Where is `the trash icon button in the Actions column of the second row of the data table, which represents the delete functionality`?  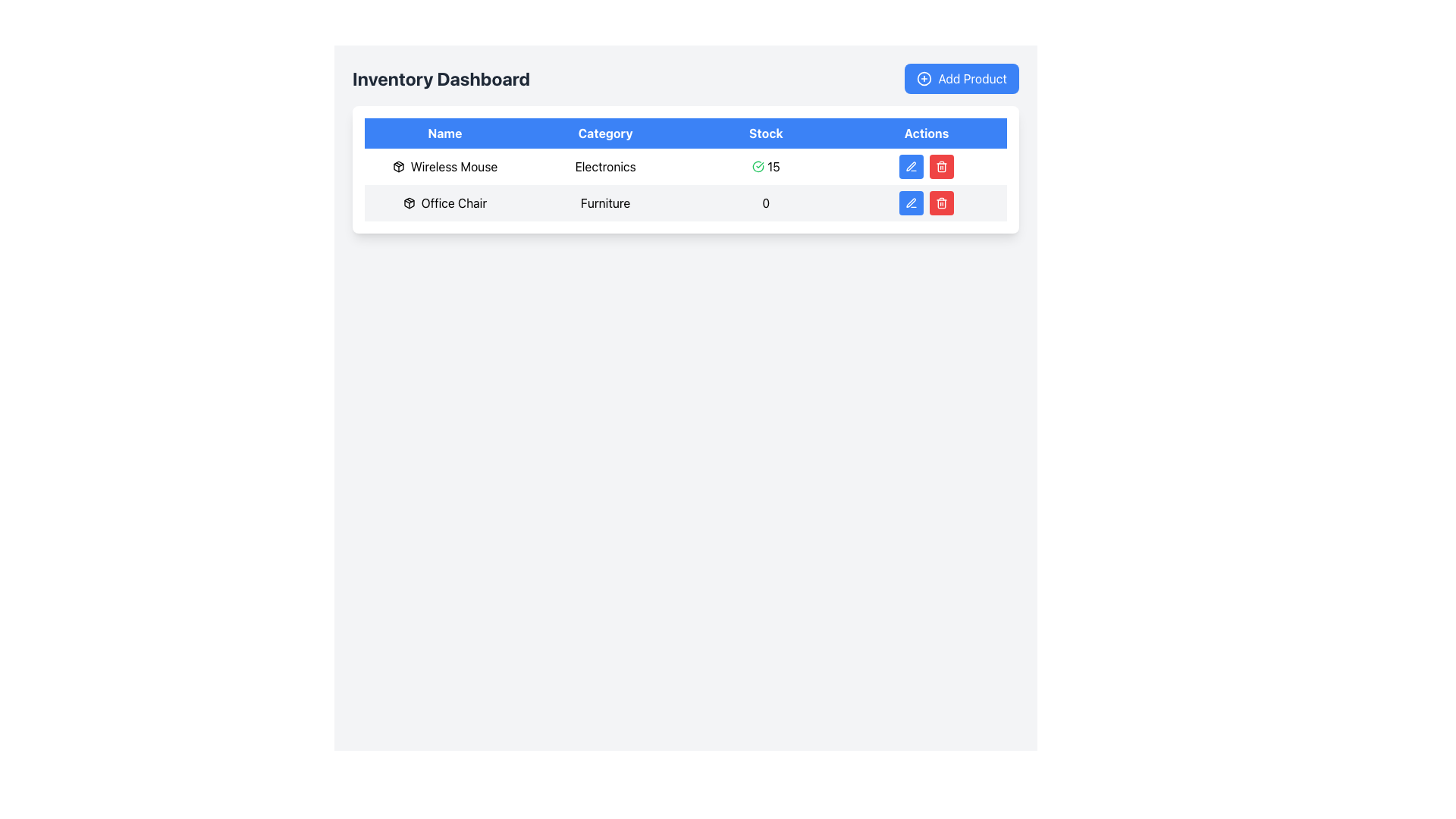 the trash icon button in the Actions column of the second row of the data table, which represents the delete functionality is located at coordinates (941, 202).